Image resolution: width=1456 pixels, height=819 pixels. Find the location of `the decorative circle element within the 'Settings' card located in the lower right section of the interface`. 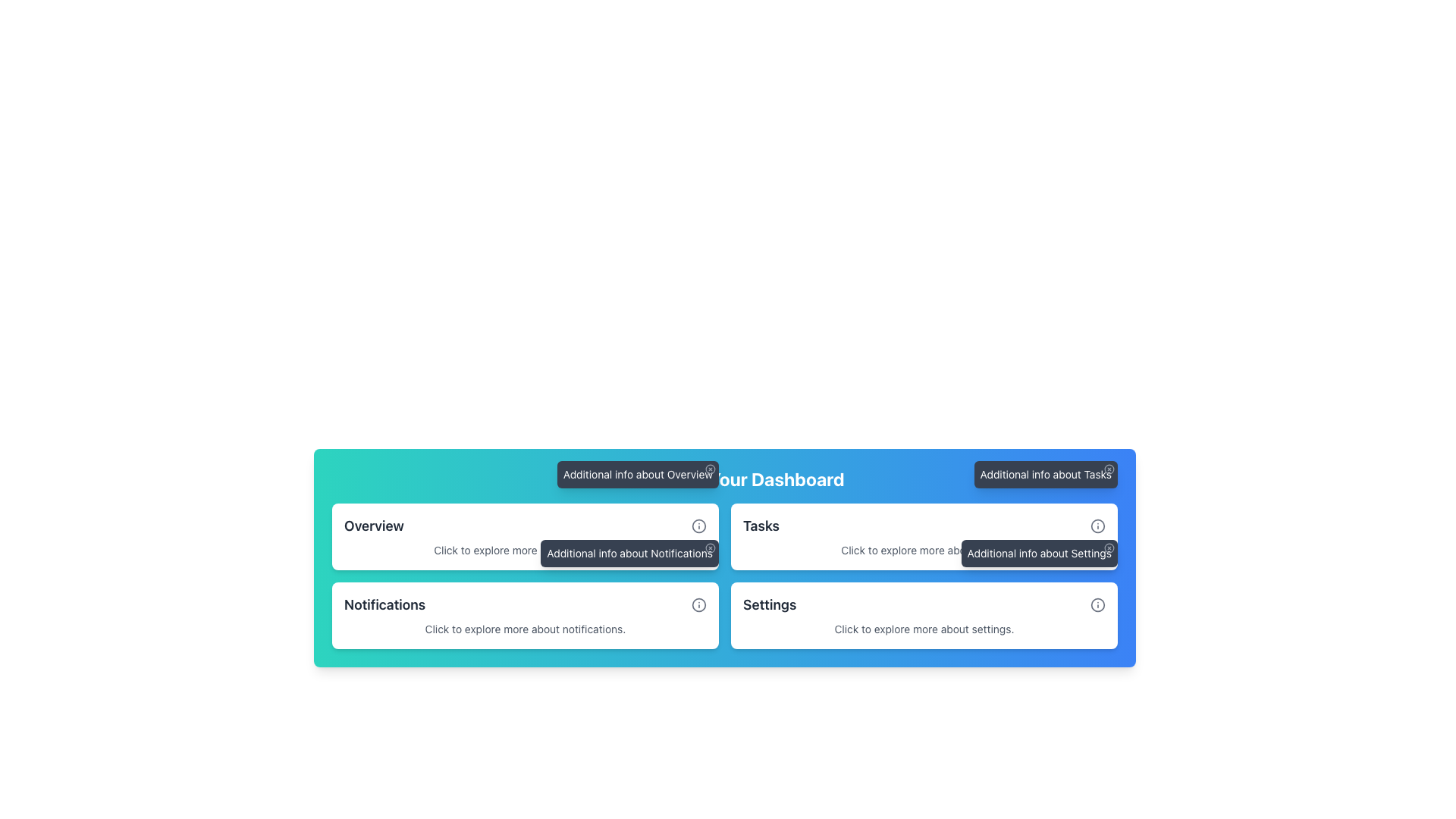

the decorative circle element within the 'Settings' card located in the lower right section of the interface is located at coordinates (1098, 604).